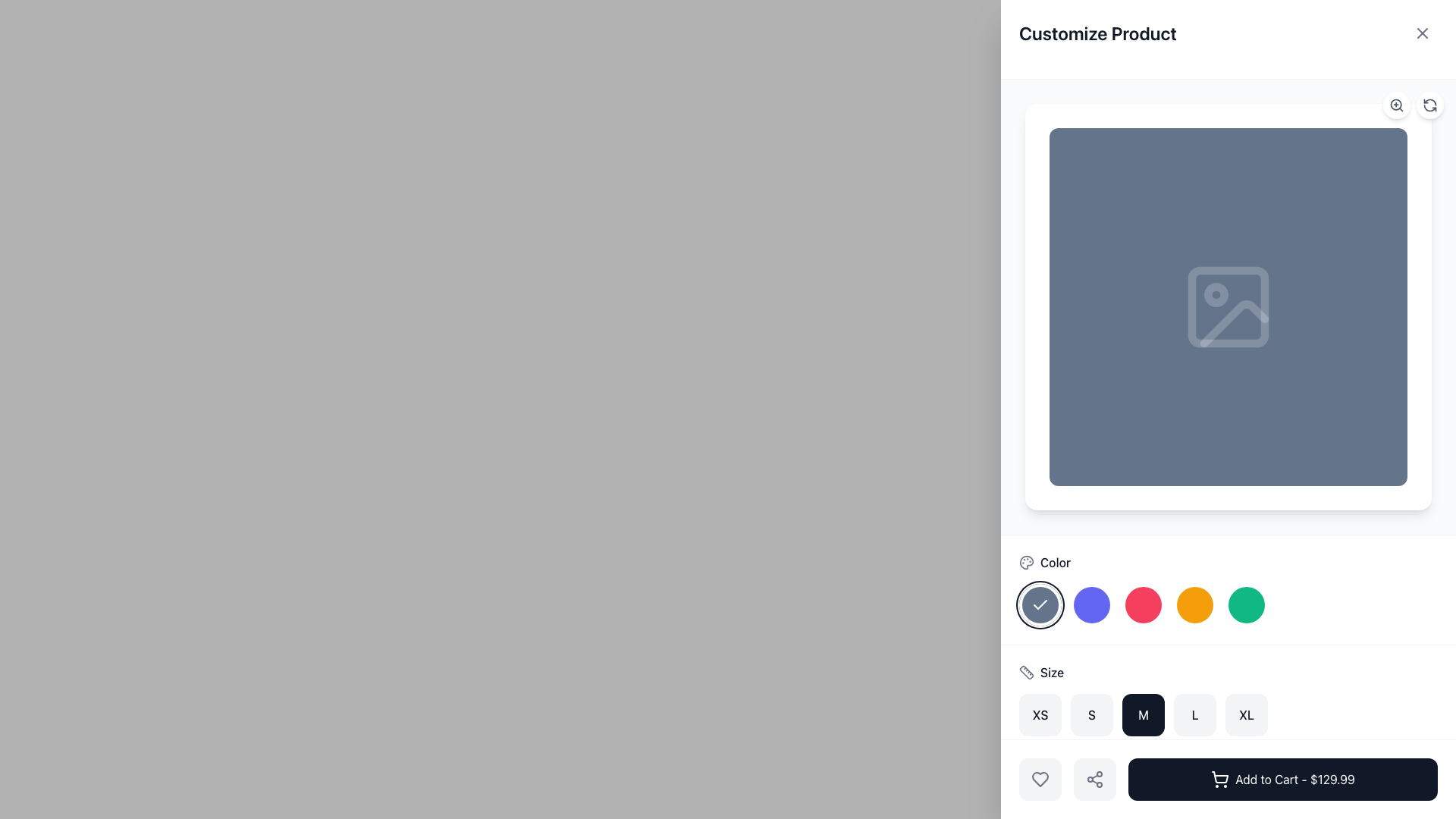 The width and height of the screenshot is (1456, 819). I want to click on the sixth circular color selector button for emerald green located below the product image to choose the color, so click(1246, 604).